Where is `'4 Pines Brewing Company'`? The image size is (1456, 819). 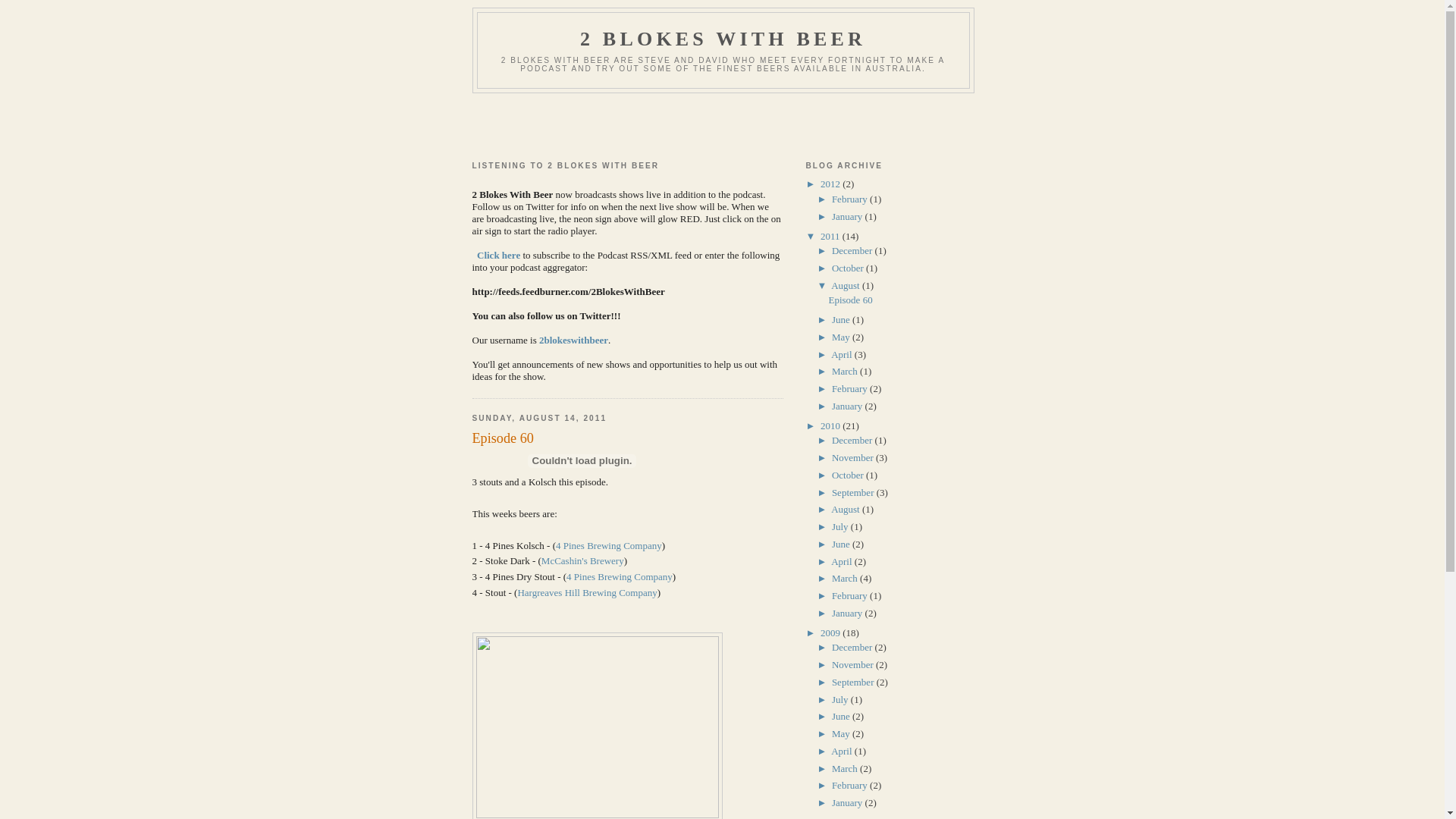 '4 Pines Brewing Company' is located at coordinates (566, 576).